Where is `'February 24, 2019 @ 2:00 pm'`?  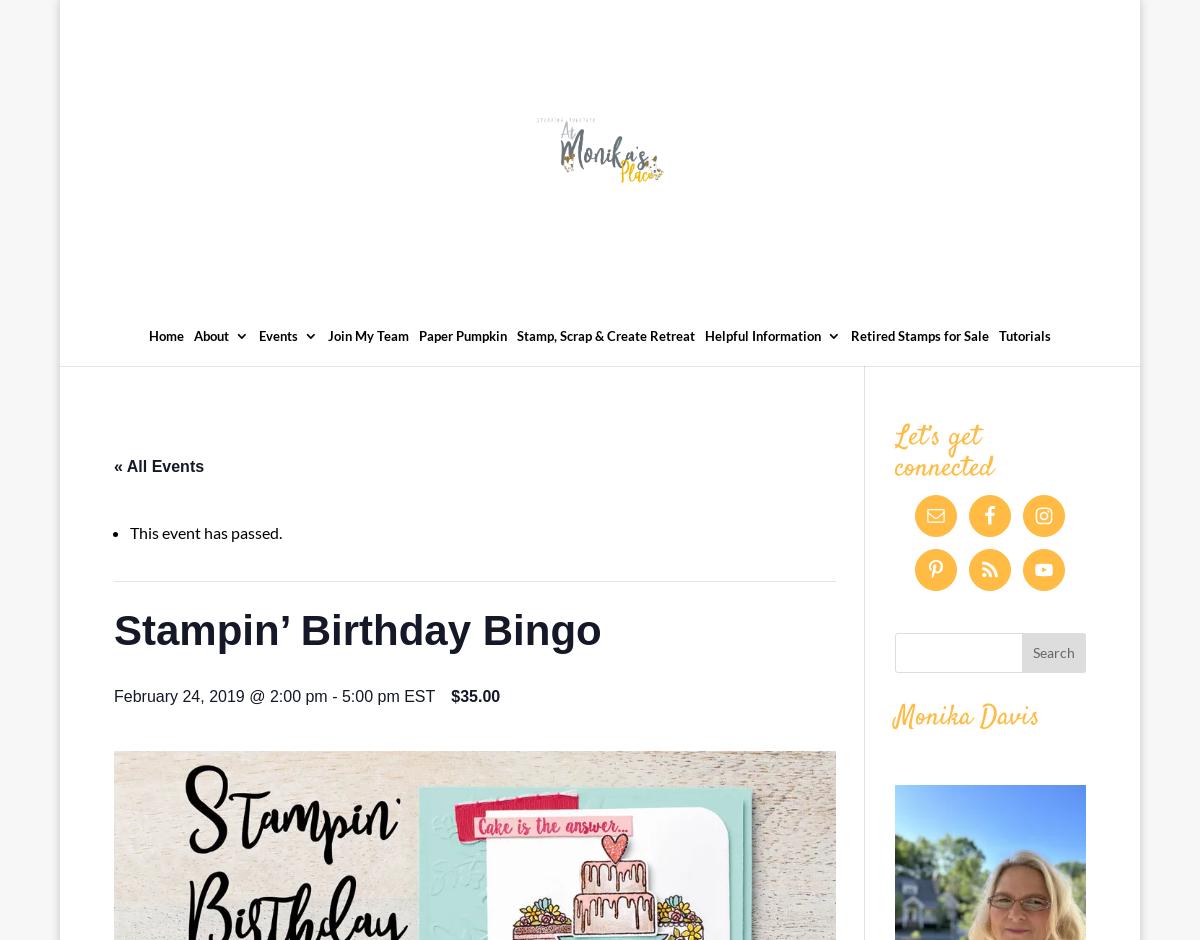 'February 24, 2019 @ 2:00 pm' is located at coordinates (219, 694).